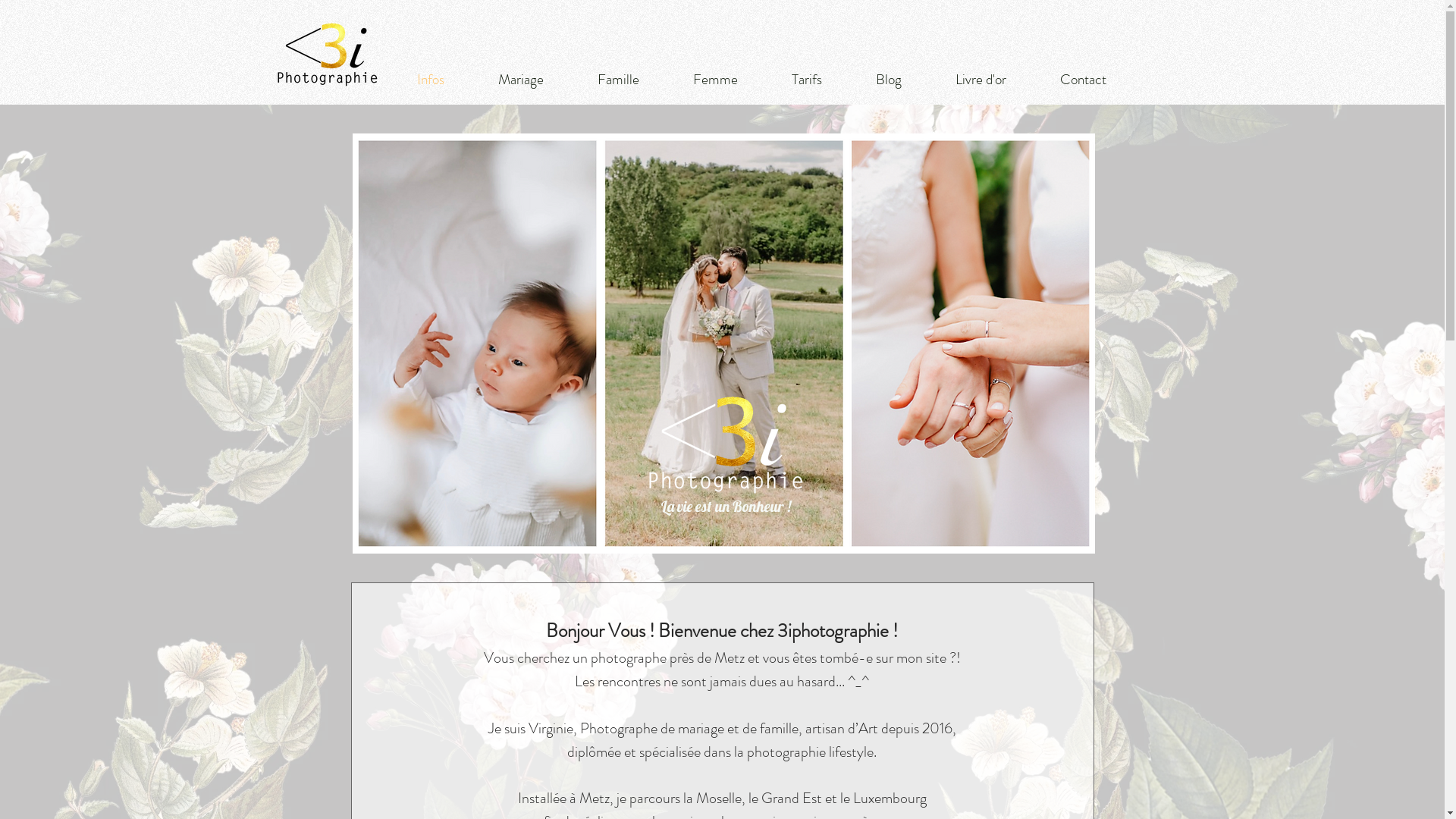 The image size is (1456, 819). Describe the element at coordinates (805, 79) in the screenshot. I see `'Tarifs'` at that location.